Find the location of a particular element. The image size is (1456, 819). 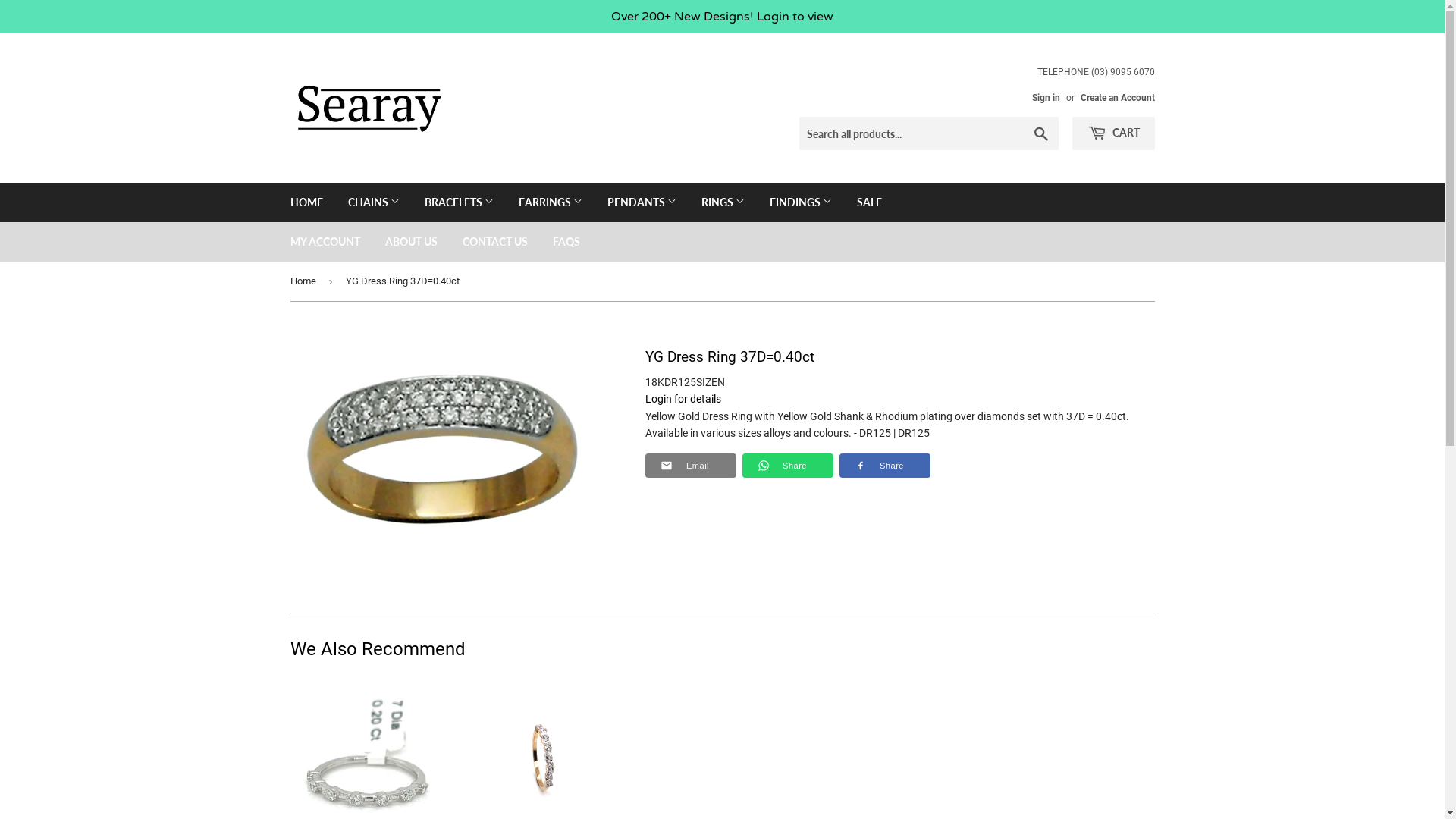

'BRACELETS' is located at coordinates (412, 201).